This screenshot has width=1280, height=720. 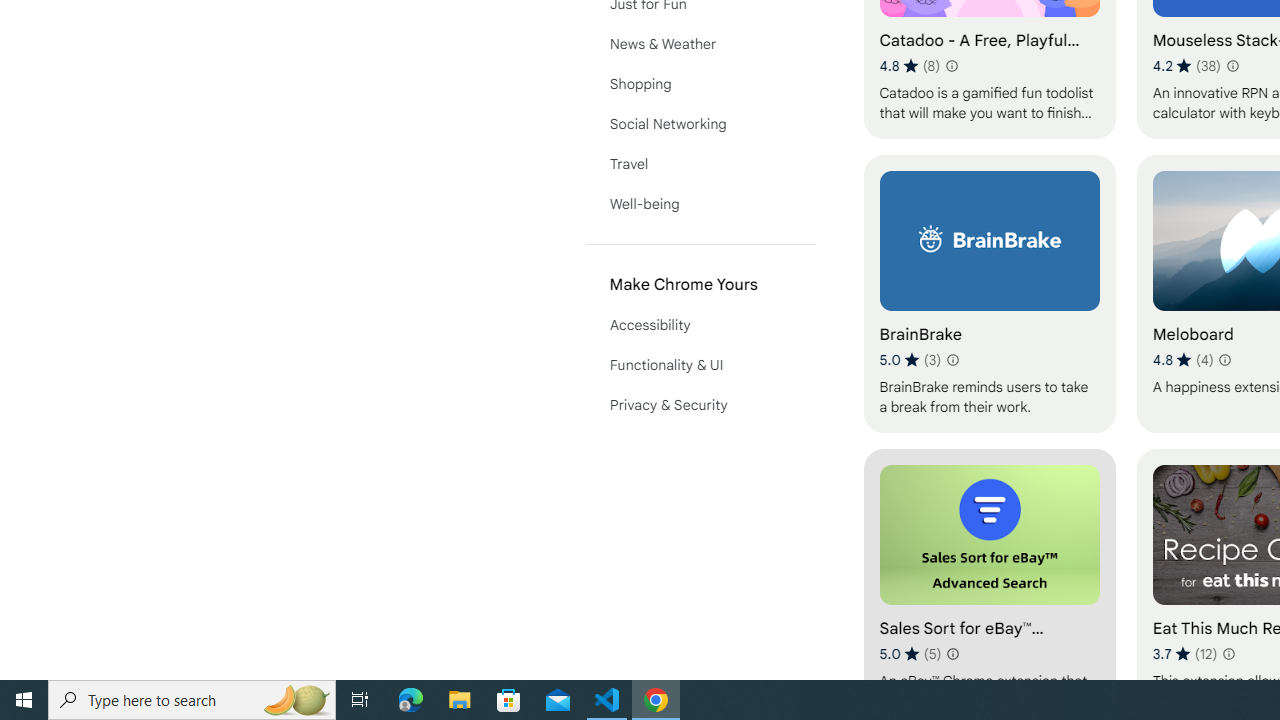 What do you see at coordinates (700, 405) in the screenshot?
I see `'Privacy & Security'` at bounding box center [700, 405].